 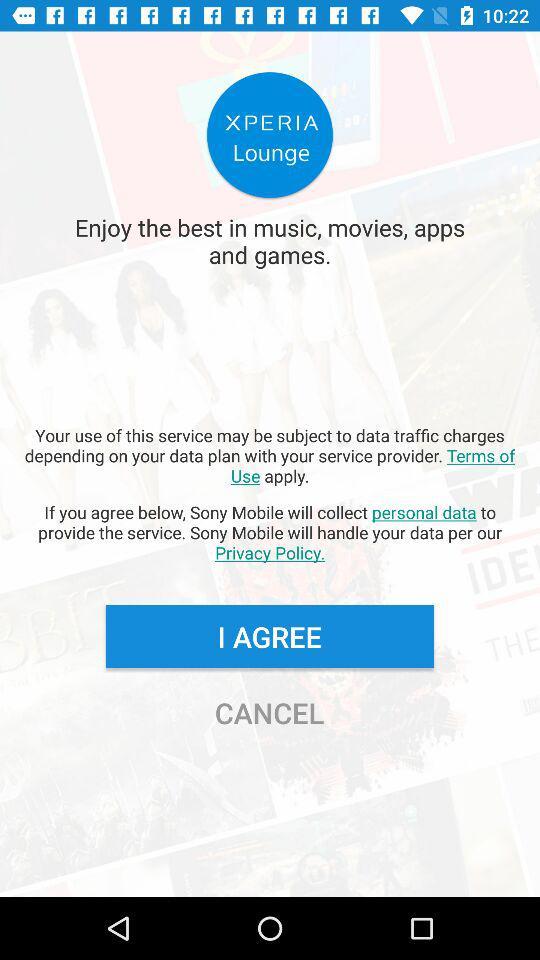 I want to click on icon above the if you agree app, so click(x=270, y=455).